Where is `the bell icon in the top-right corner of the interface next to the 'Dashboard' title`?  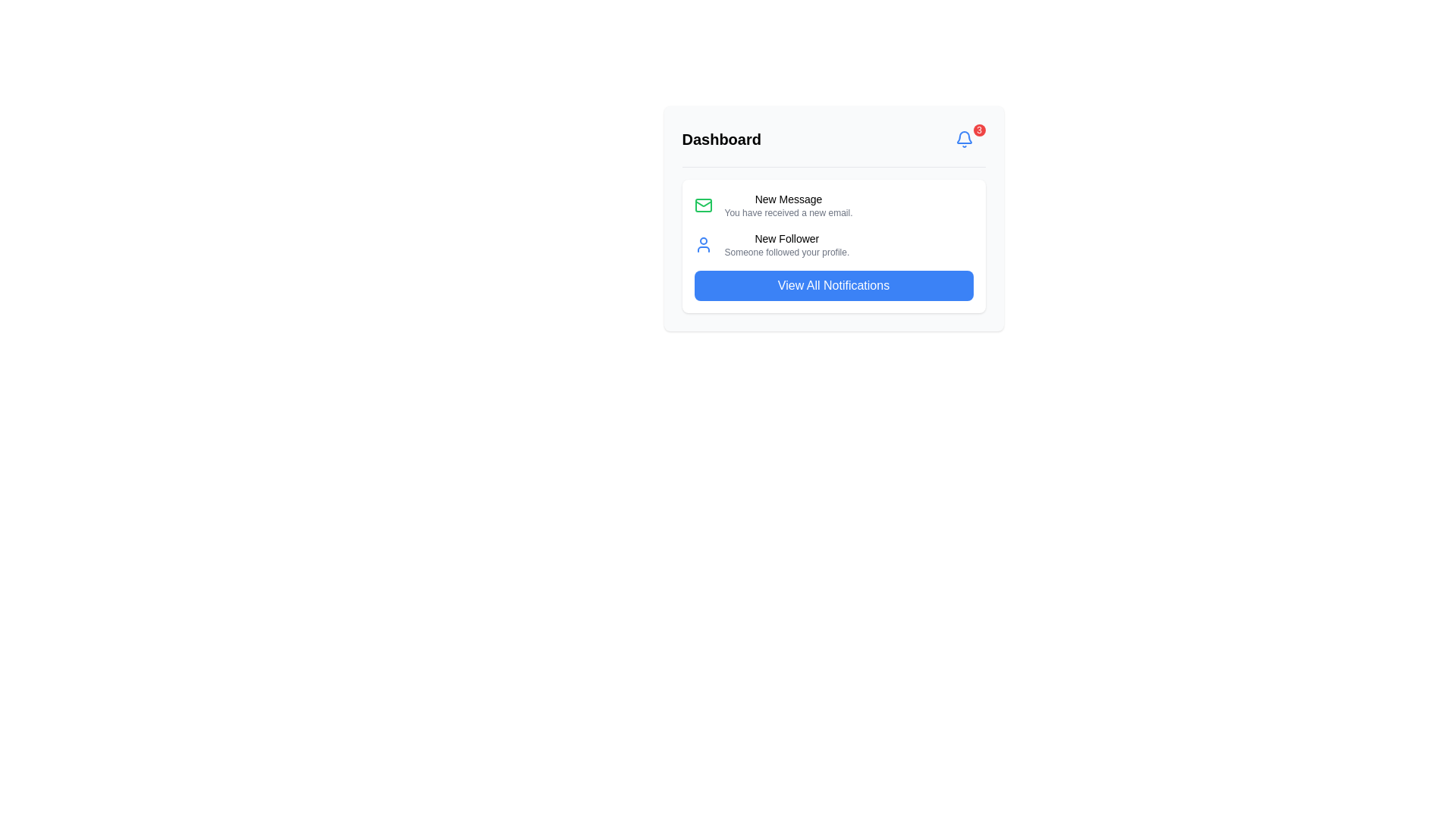
the bell icon in the top-right corner of the interface next to the 'Dashboard' title is located at coordinates (963, 140).